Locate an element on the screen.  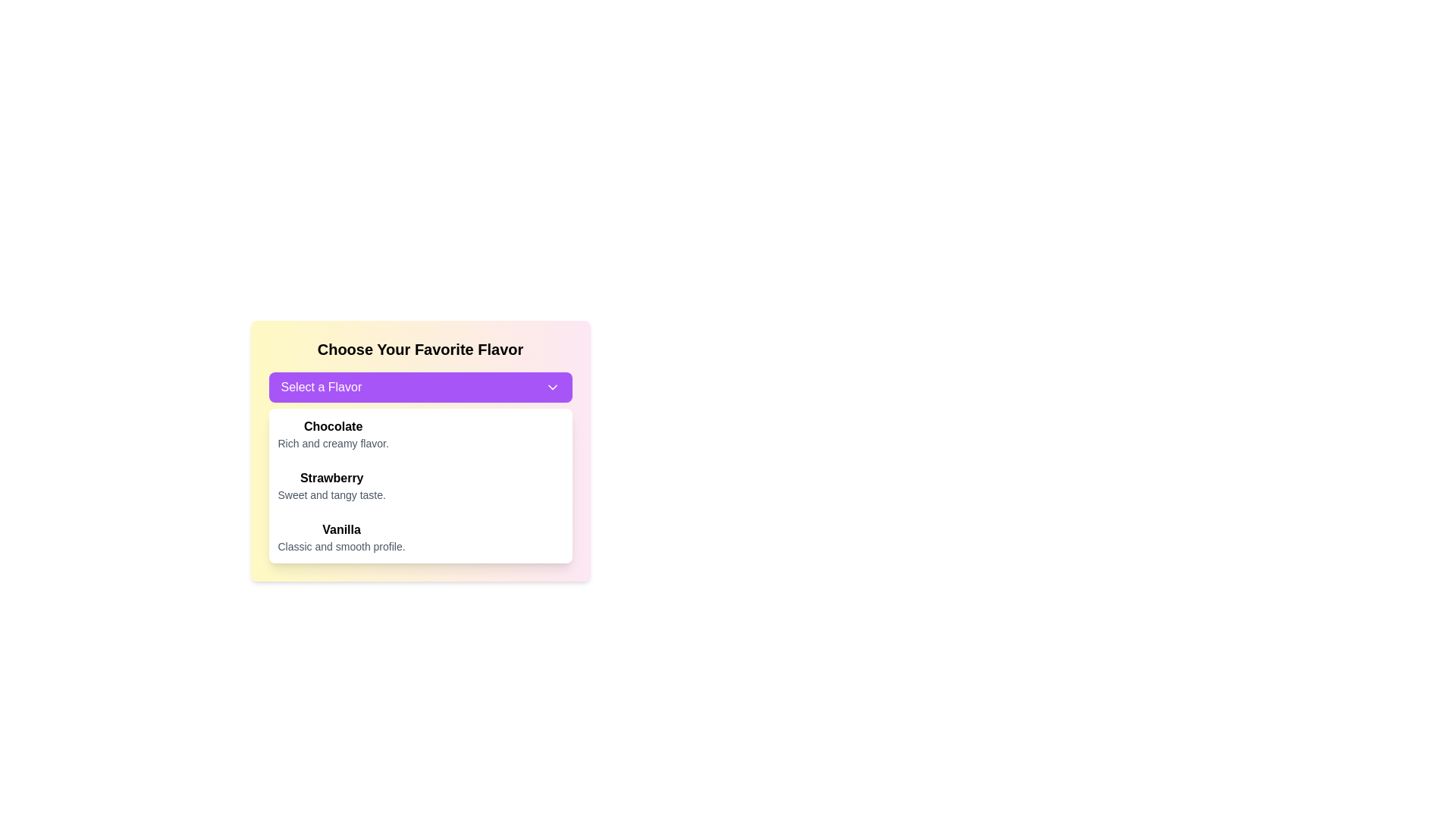
the Dropdown list with the title 'Choose Your Favorite Flavor' is located at coordinates (420, 450).